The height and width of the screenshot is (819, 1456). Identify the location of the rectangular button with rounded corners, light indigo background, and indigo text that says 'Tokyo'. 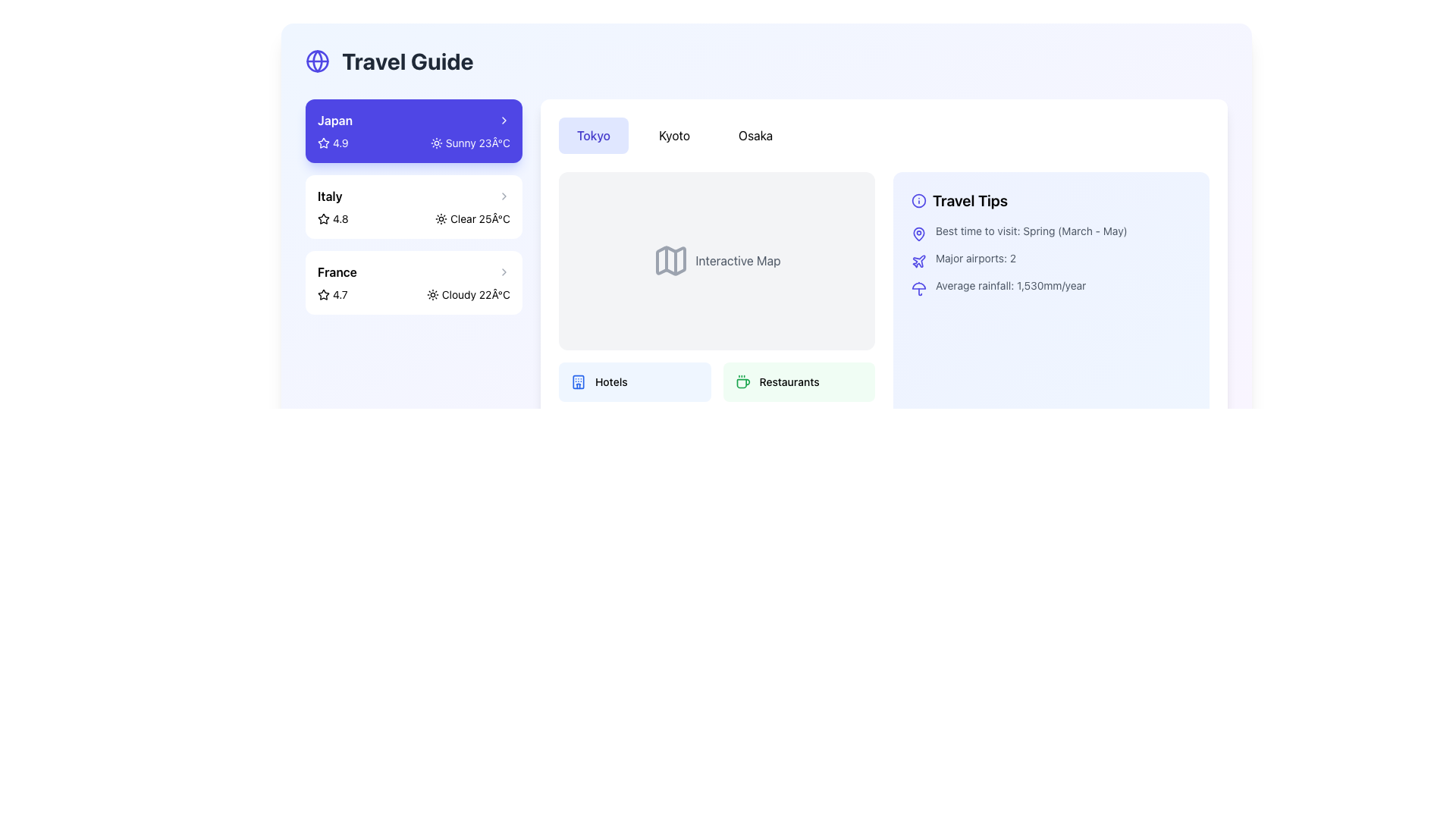
(592, 134).